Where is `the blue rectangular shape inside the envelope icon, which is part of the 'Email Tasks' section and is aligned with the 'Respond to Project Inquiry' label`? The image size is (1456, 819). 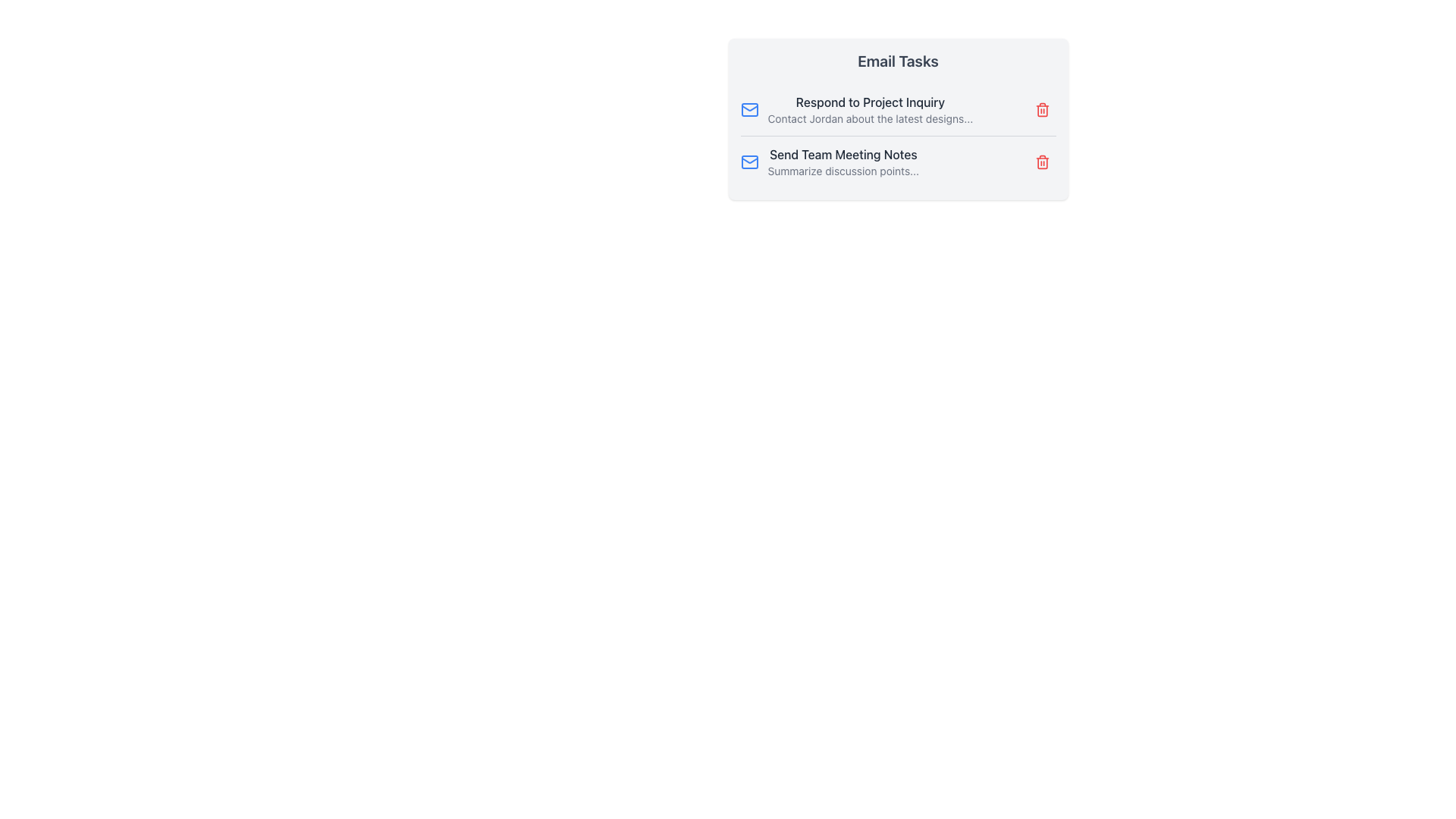 the blue rectangular shape inside the envelope icon, which is part of the 'Email Tasks' section and is aligned with the 'Respond to Project Inquiry' label is located at coordinates (749, 109).